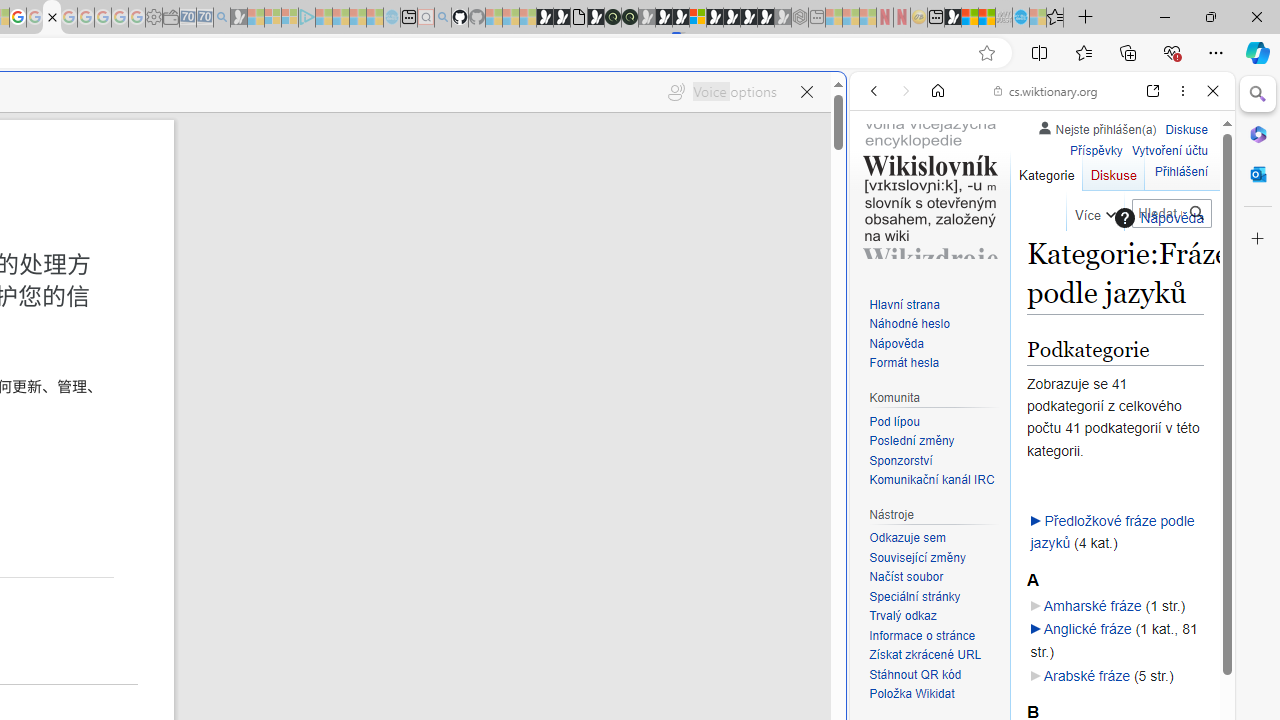  Describe the element at coordinates (905, 91) in the screenshot. I see `'Forward'` at that location.